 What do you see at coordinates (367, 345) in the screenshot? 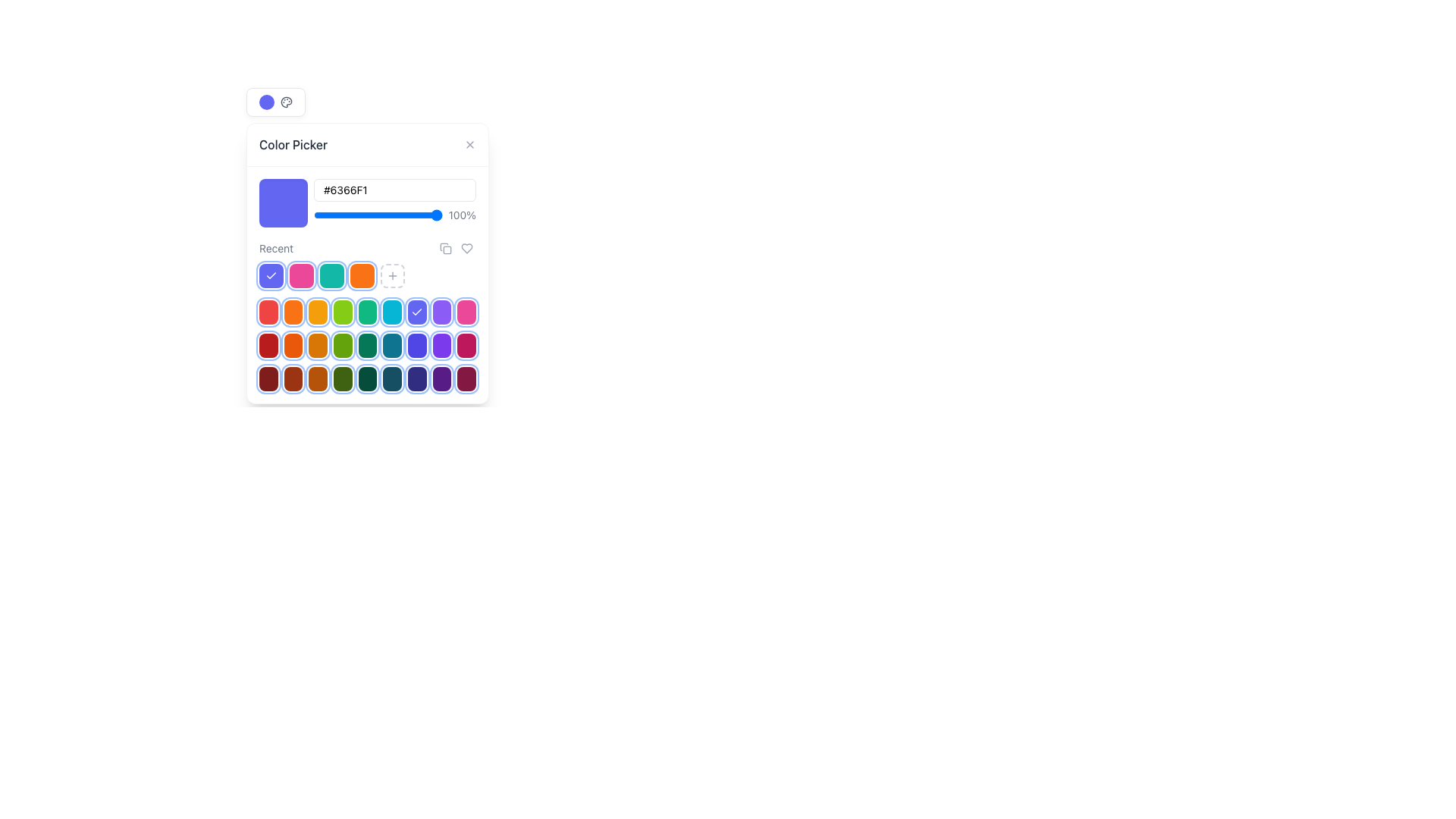
I see `the fifth green button with rounded corners in the color picker interface` at bounding box center [367, 345].